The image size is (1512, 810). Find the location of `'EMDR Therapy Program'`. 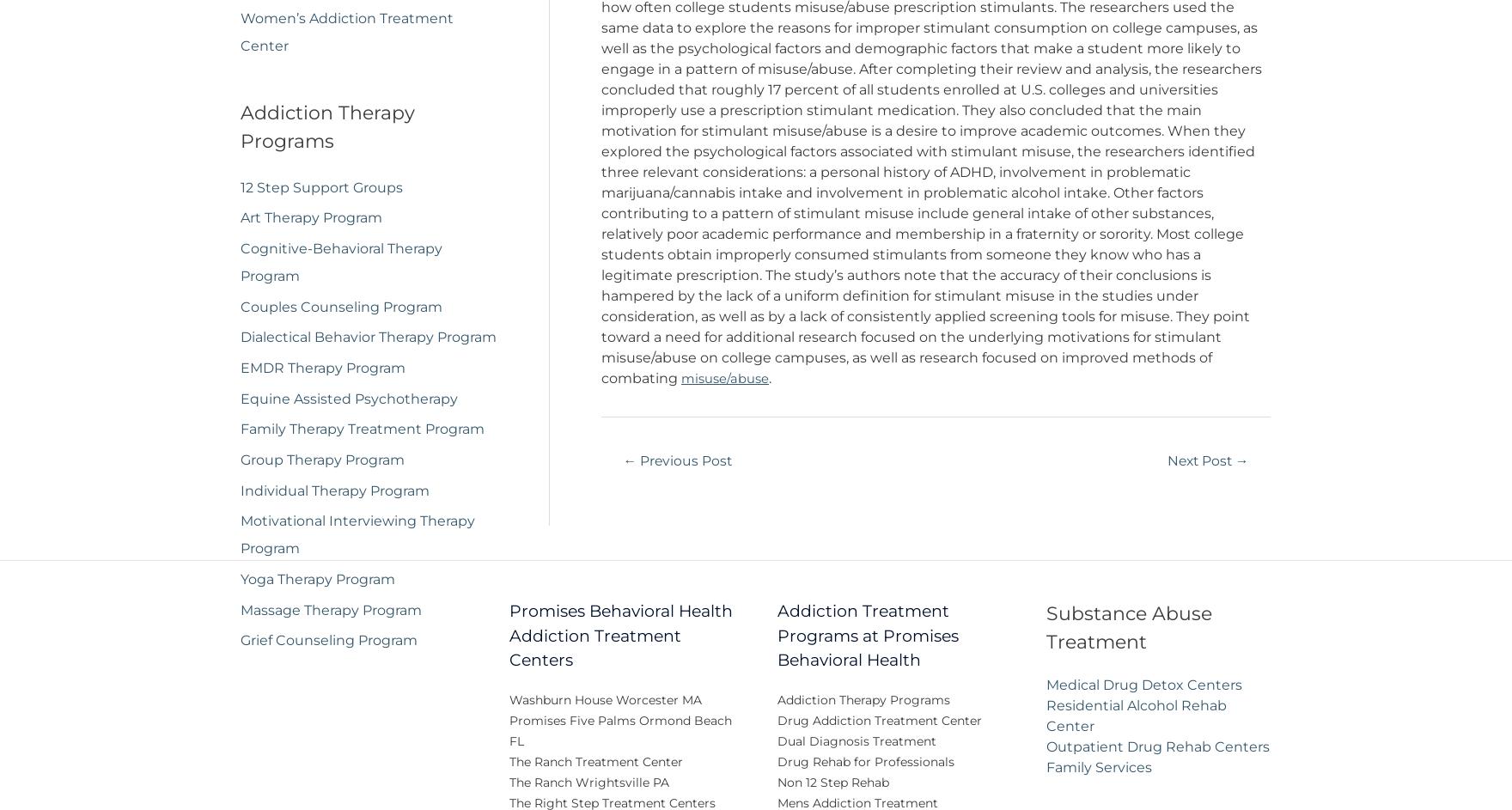

'EMDR Therapy Program' is located at coordinates (240, 377).